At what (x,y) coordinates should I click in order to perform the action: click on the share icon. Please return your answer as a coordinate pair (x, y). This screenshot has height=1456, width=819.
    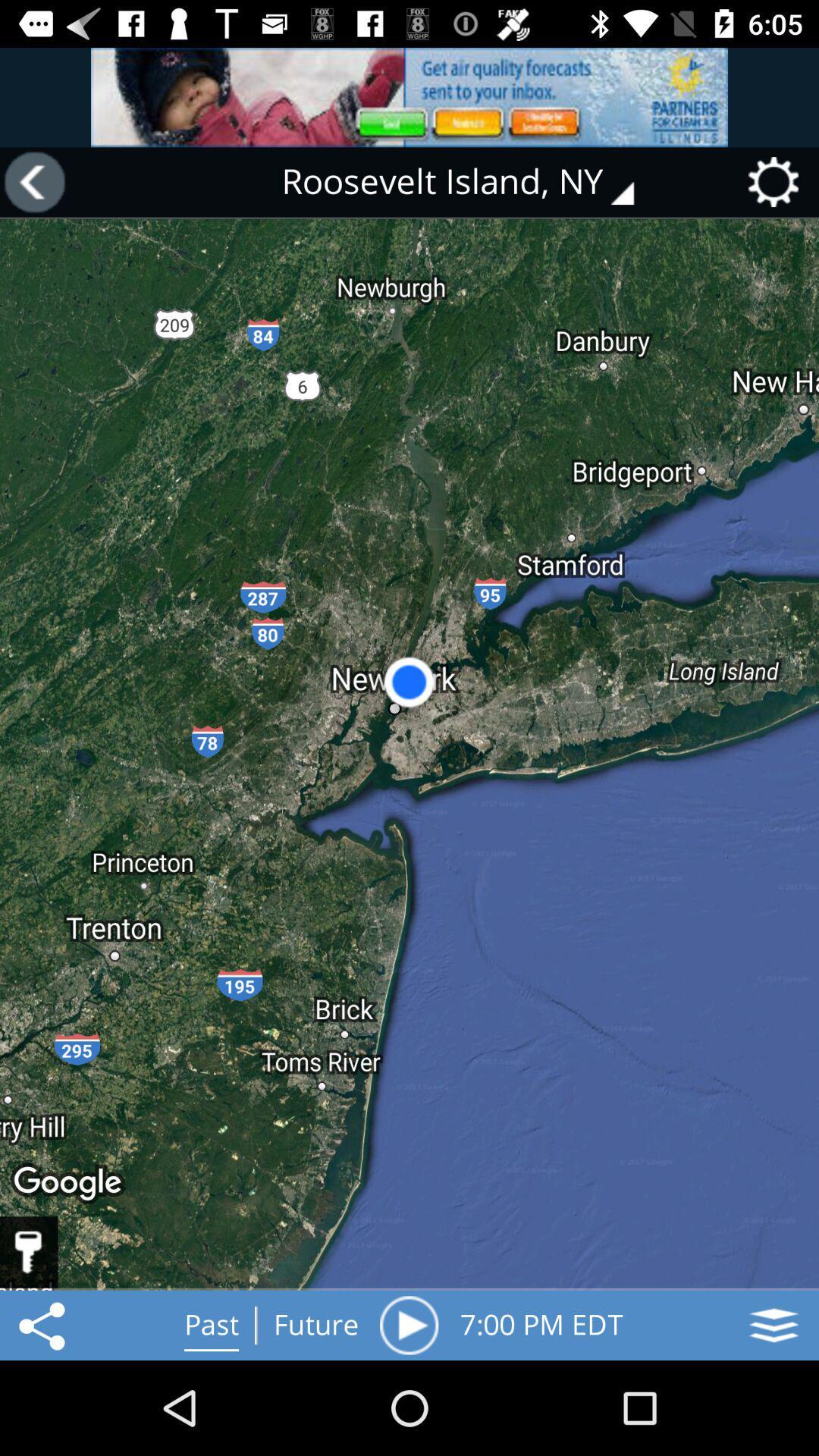
    Looking at the image, I should click on (44, 1324).